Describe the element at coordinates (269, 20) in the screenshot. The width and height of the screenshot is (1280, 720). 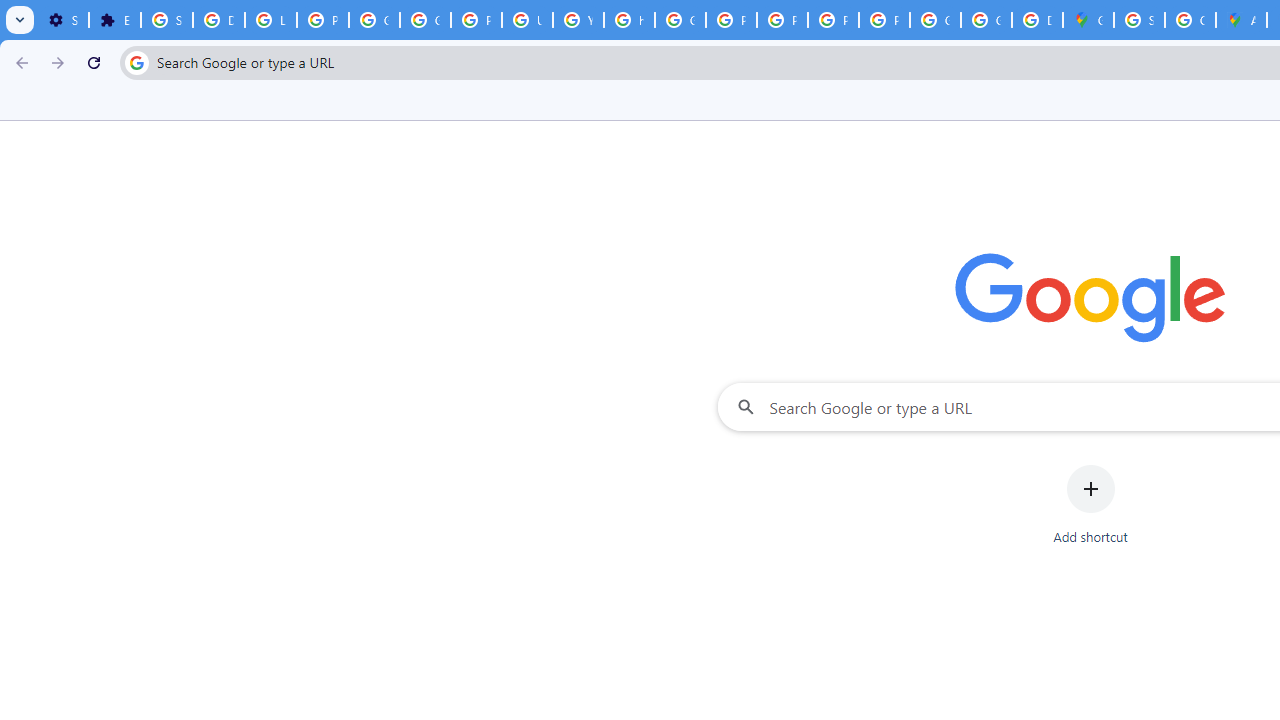
I see `'Learn how to find your photos - Google Photos Help'` at that location.